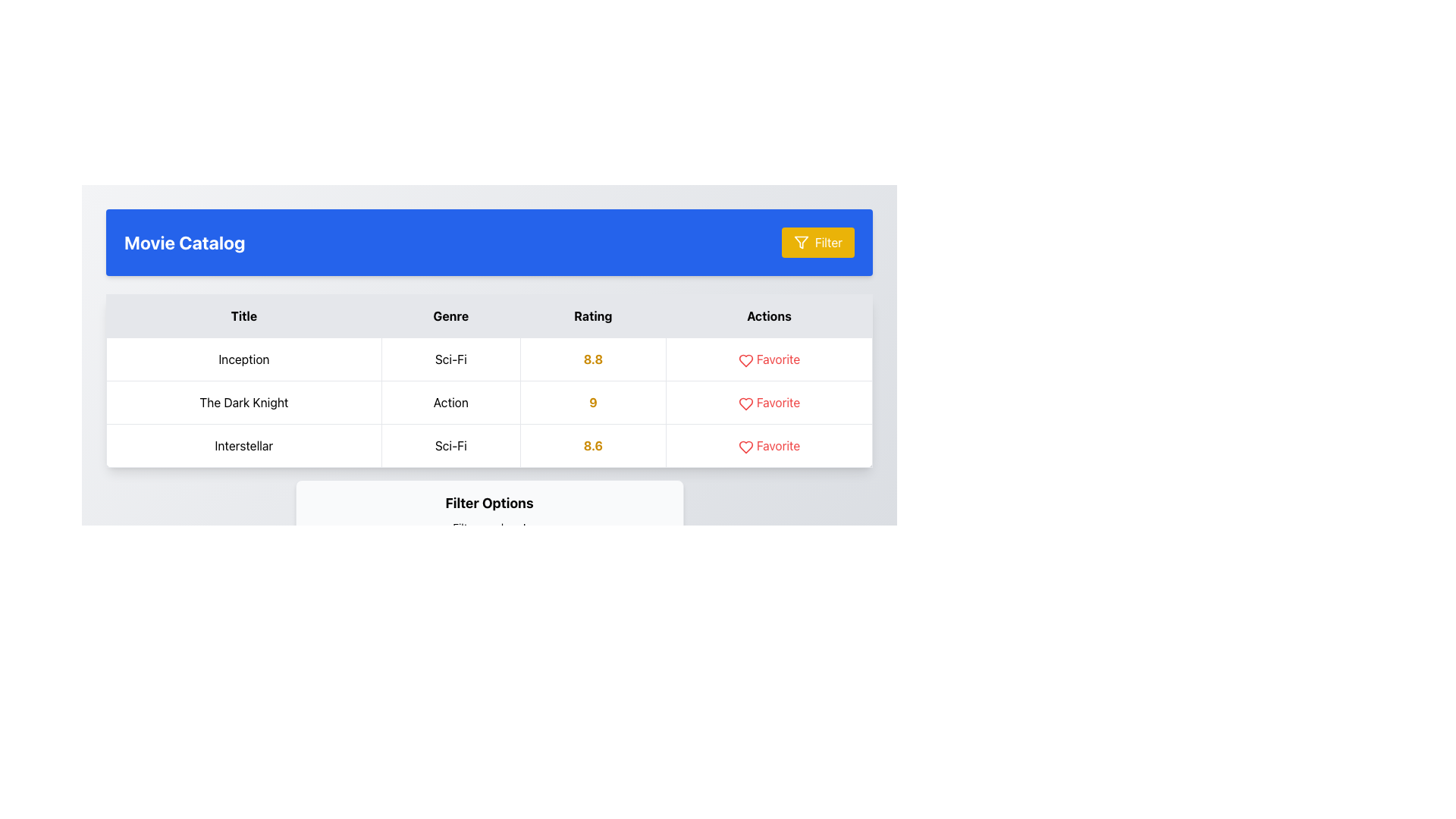  What do you see at coordinates (745, 446) in the screenshot?
I see `the heart icon in the 'Actions' column of the third row next to 'Favorite' for 'Interstellar'` at bounding box center [745, 446].